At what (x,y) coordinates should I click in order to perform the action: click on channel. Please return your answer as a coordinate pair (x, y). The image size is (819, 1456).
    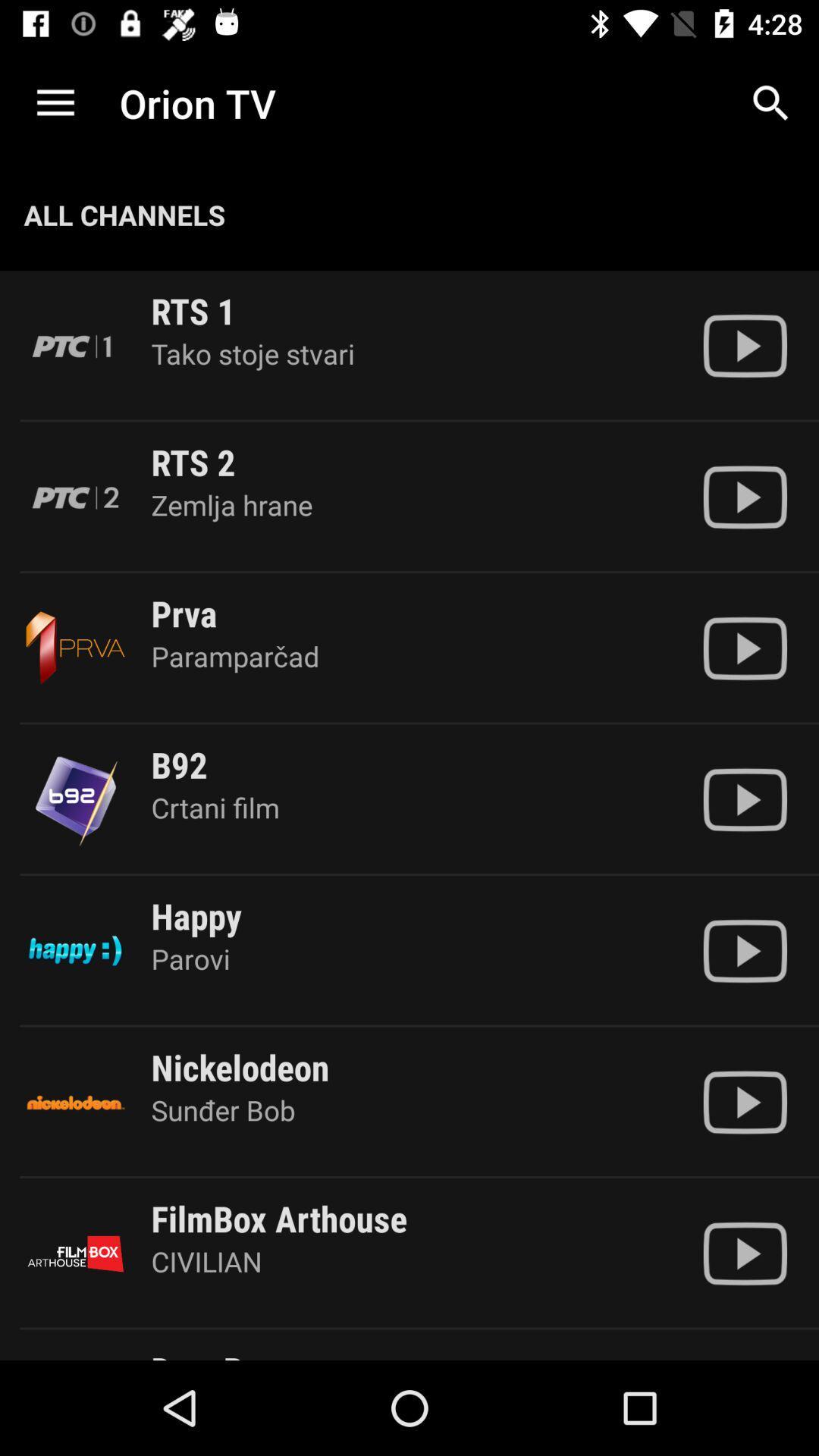
    Looking at the image, I should click on (744, 1254).